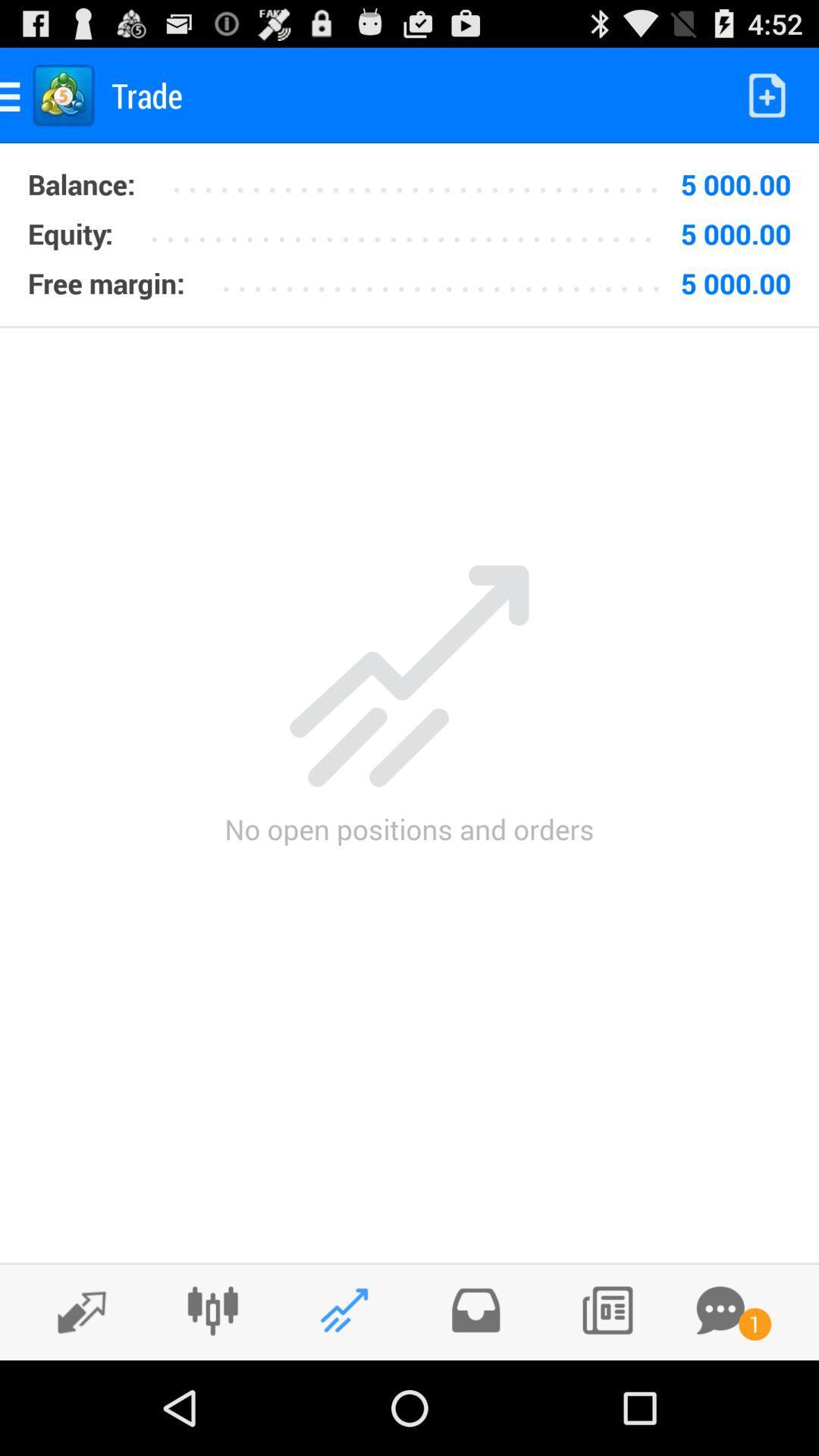 The height and width of the screenshot is (1456, 819). I want to click on the sliders icon, so click(212, 1401).